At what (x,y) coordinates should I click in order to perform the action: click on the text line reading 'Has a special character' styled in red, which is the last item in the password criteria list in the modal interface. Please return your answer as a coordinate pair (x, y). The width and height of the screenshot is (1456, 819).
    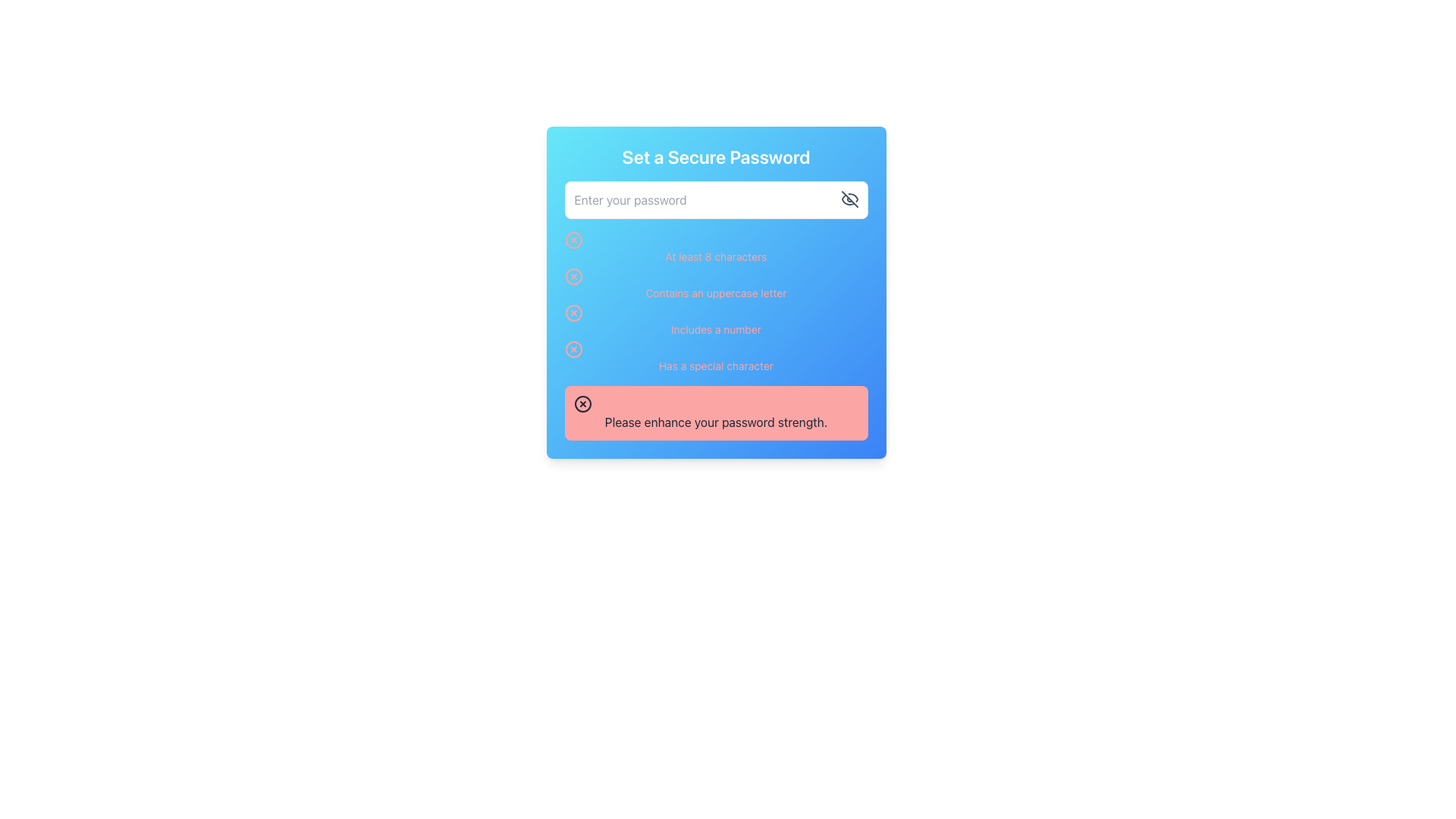
    Looking at the image, I should click on (715, 356).